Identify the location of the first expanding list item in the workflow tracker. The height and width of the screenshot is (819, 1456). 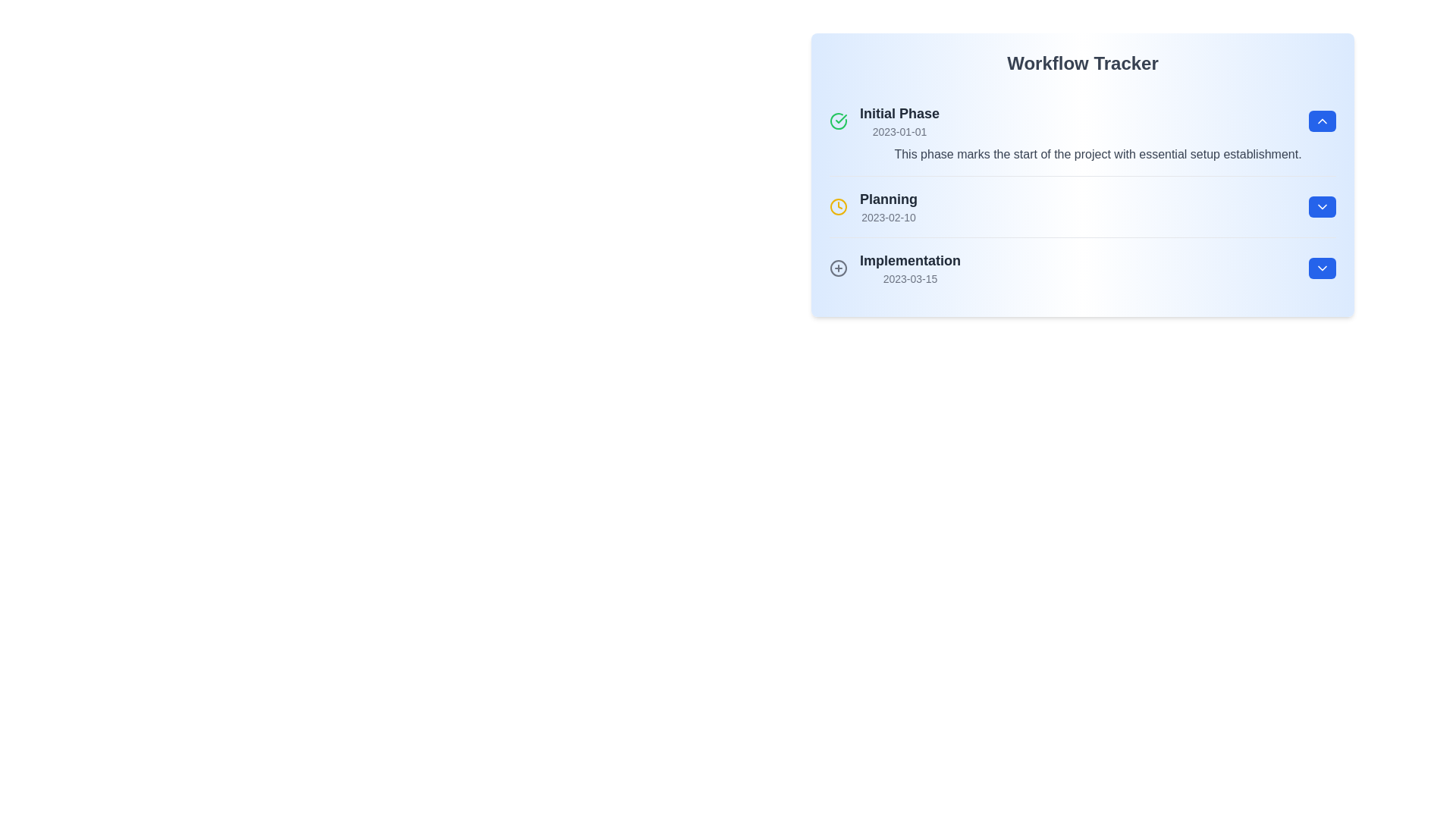
(1082, 133).